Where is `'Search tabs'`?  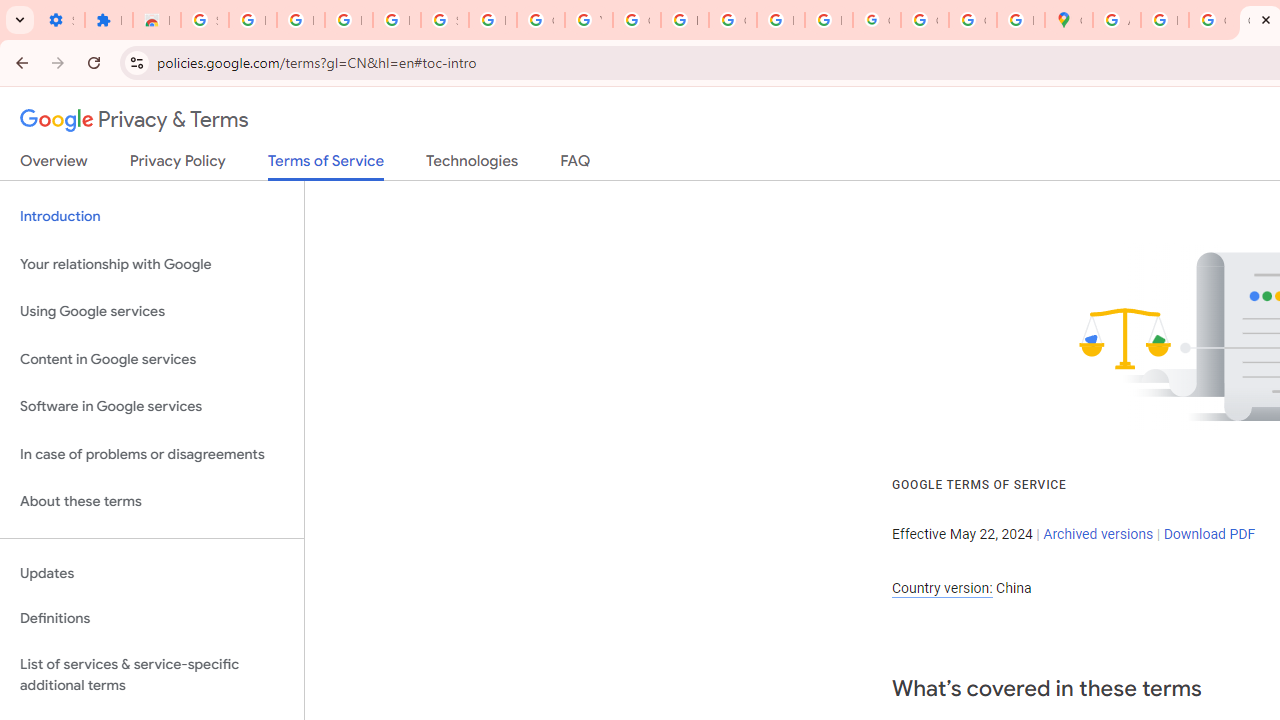
'Search tabs' is located at coordinates (20, 20).